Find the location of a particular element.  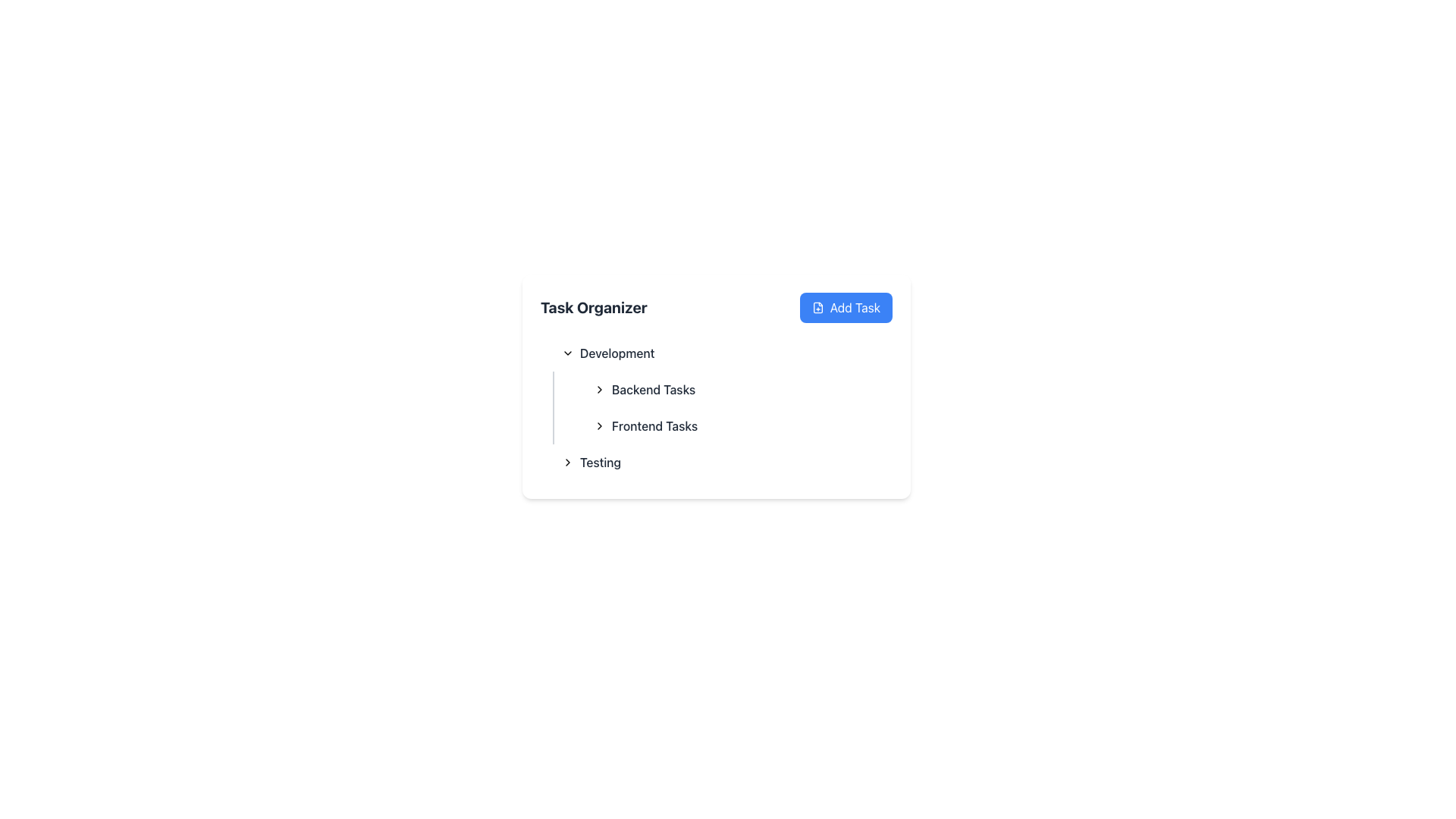

the downward-pointing chevron arrow icon located to the left of the 'Development' text is located at coordinates (566, 353).